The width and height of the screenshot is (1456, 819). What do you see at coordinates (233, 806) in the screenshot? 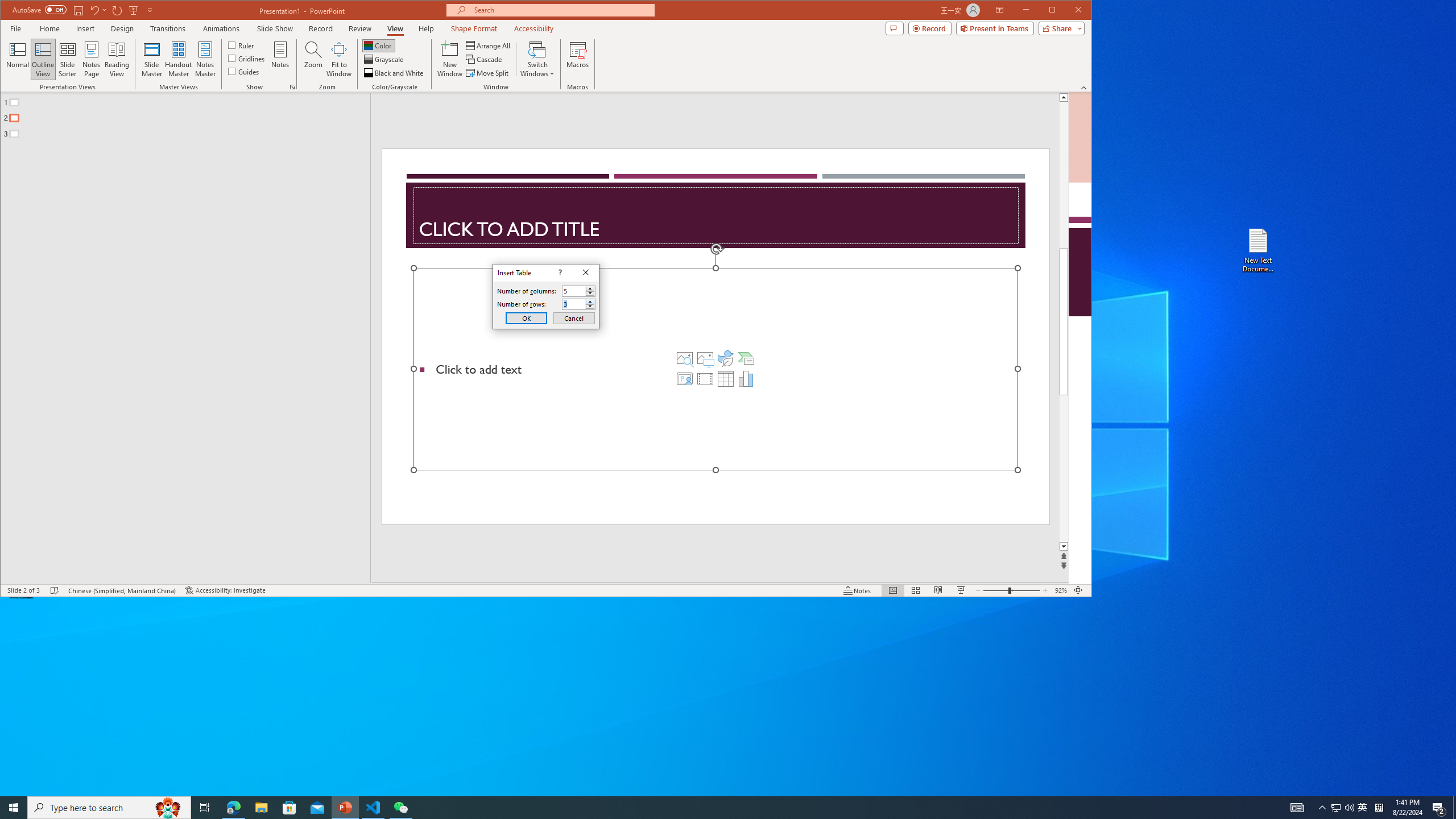
I see `'Microsoft Edge - 1 running window'` at bounding box center [233, 806].